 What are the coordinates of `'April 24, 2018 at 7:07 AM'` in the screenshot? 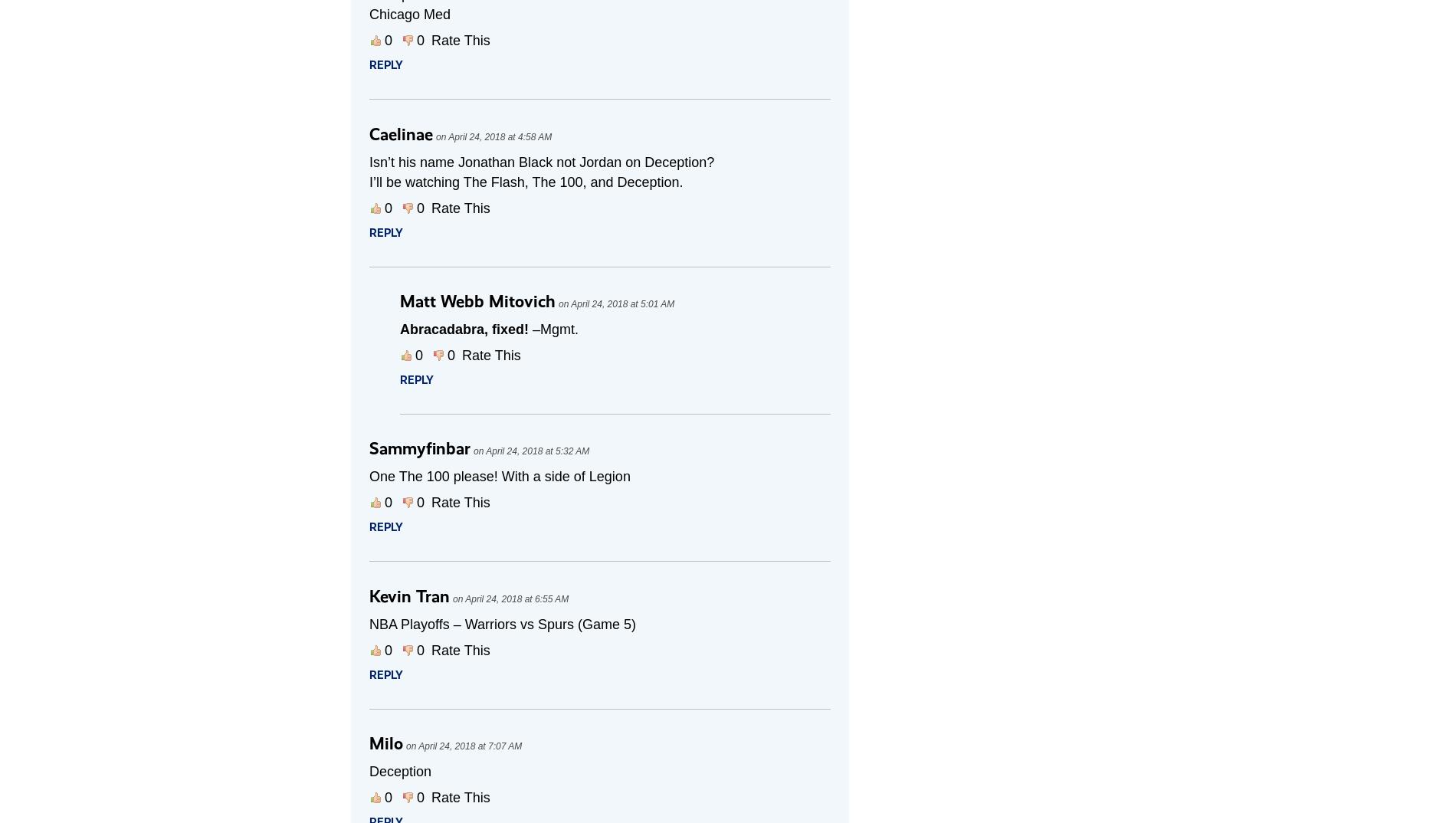 It's located at (470, 746).